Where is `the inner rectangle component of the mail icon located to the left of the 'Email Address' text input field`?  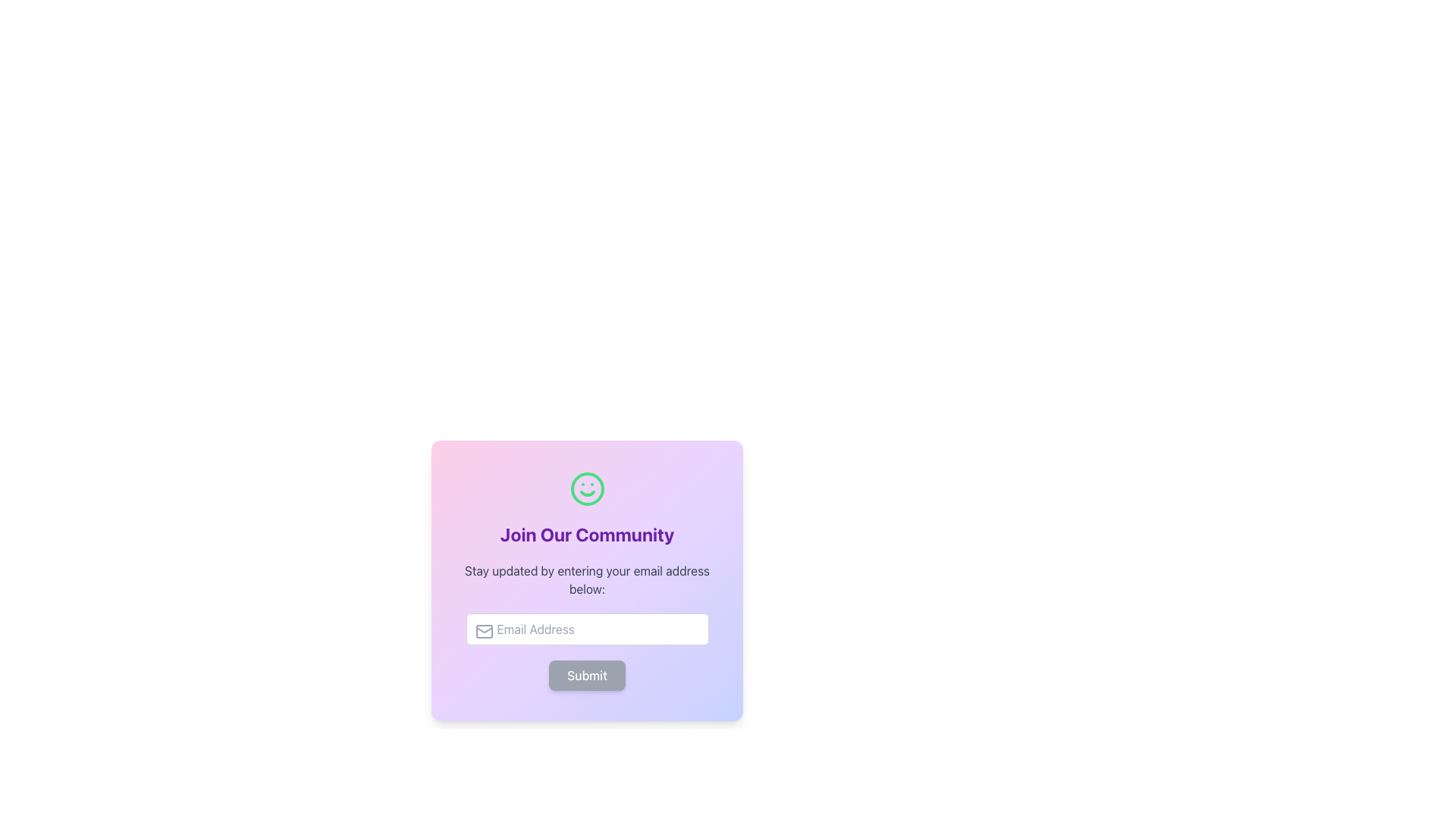
the inner rectangle component of the mail icon located to the left of the 'Email Address' text input field is located at coordinates (483, 632).